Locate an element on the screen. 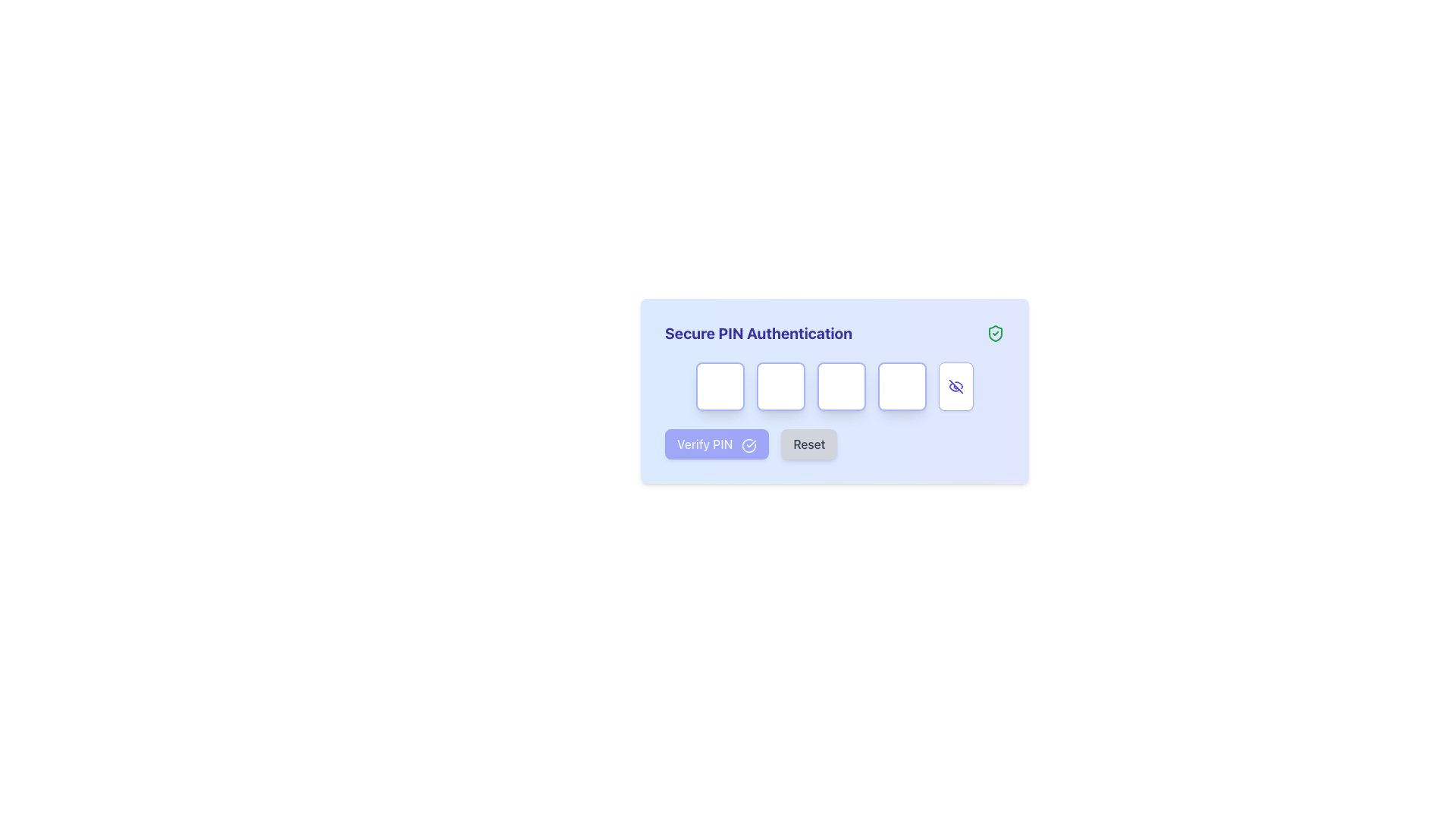 This screenshot has width=1456, height=819. the 'Reset' button located to the immediate right of the 'Verify PIN' button is located at coordinates (808, 444).